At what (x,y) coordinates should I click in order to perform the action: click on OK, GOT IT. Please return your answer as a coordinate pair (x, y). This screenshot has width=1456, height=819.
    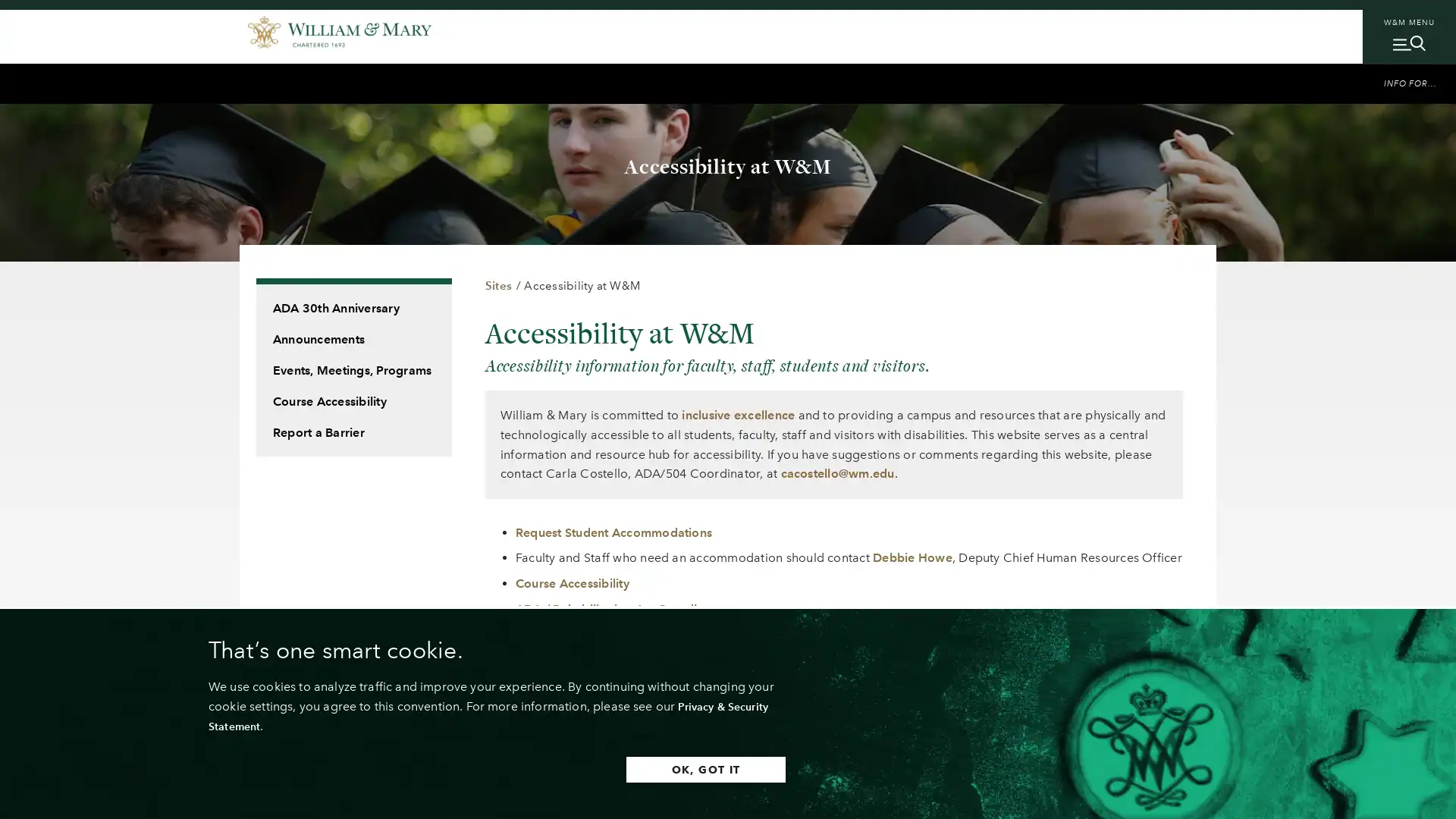
    Looking at the image, I should click on (674, 769).